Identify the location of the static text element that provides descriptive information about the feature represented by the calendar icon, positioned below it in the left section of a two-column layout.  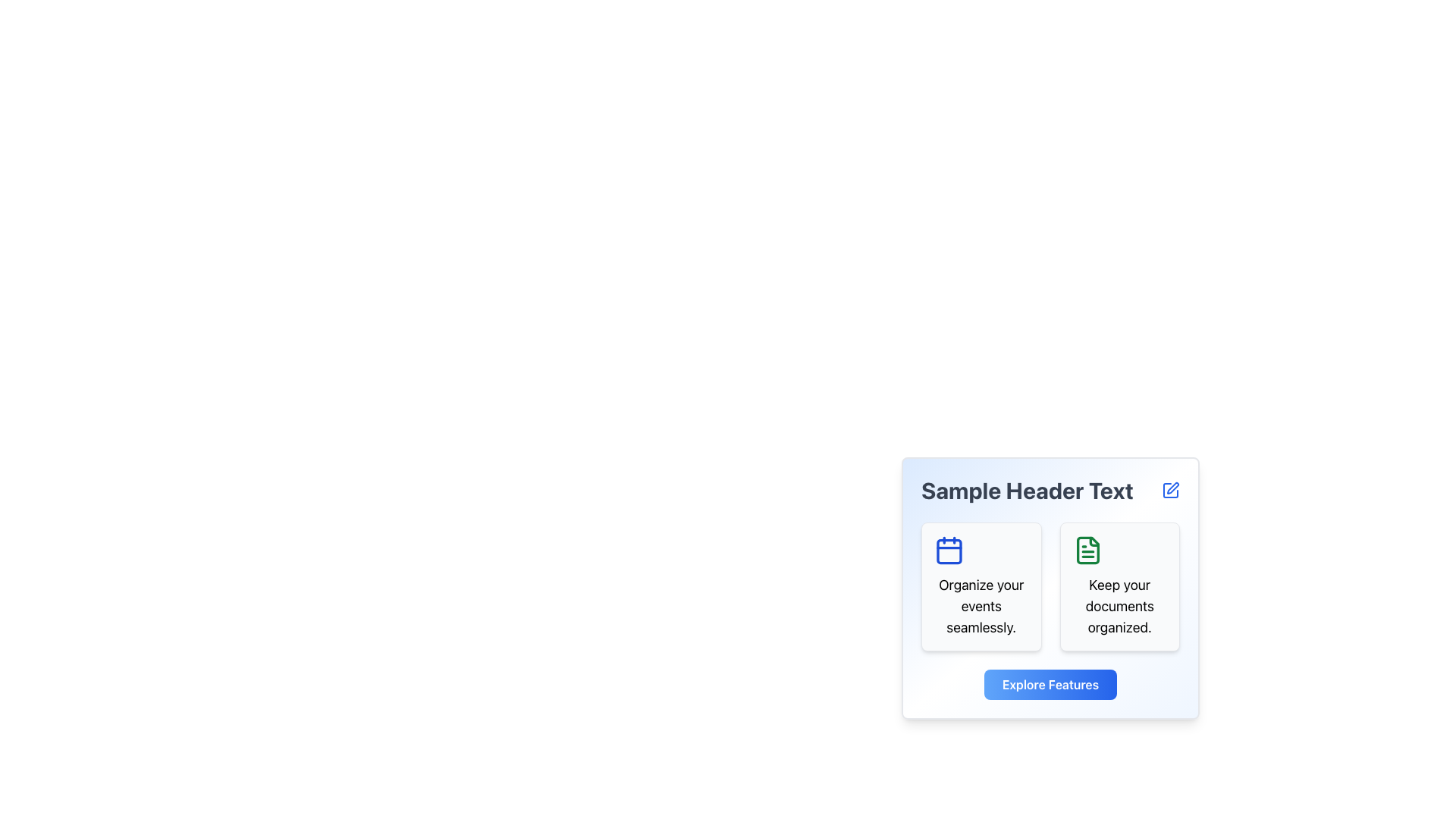
(981, 605).